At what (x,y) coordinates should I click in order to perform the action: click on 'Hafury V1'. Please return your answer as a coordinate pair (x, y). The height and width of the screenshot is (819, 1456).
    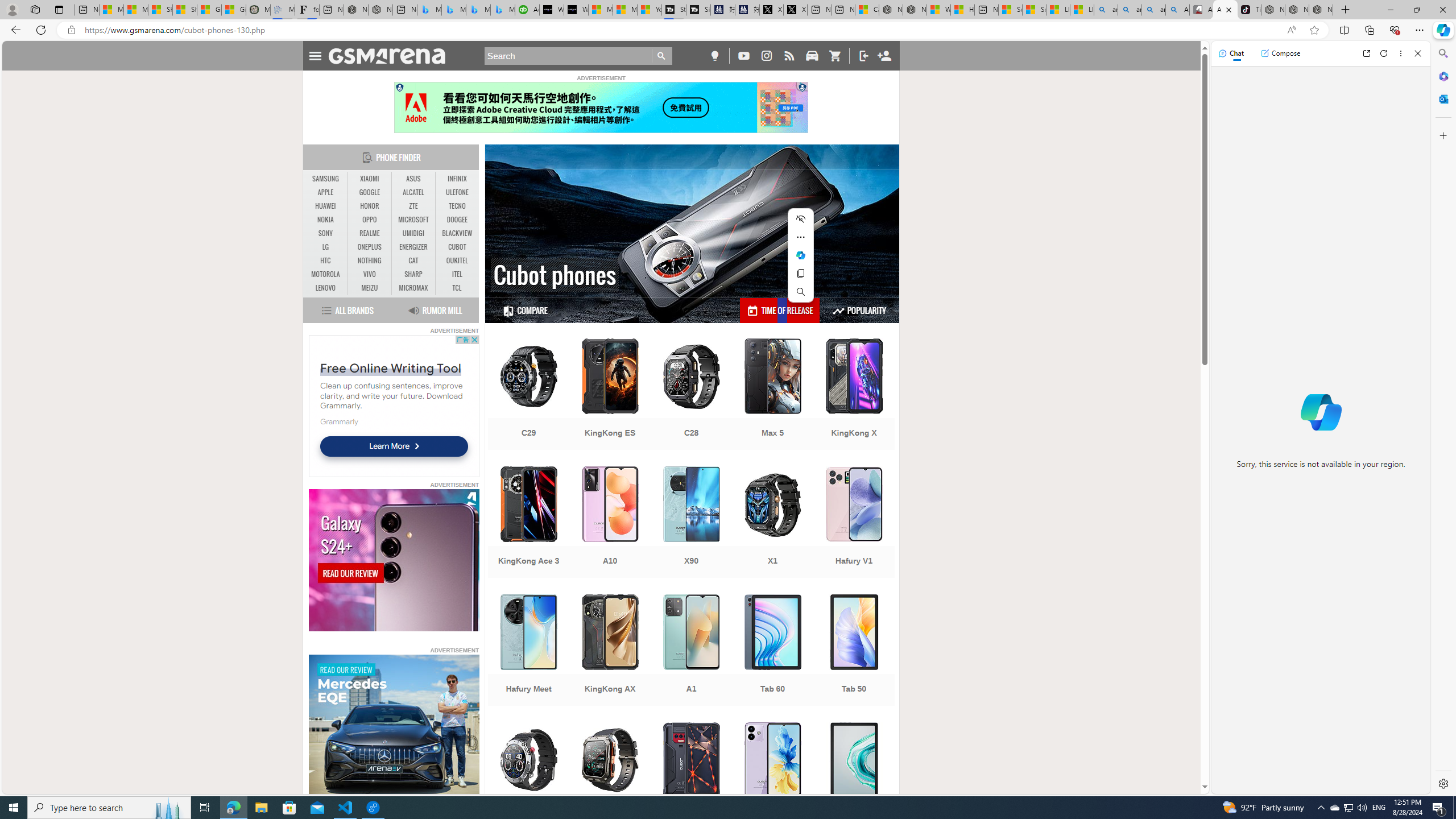
    Looking at the image, I should click on (853, 523).